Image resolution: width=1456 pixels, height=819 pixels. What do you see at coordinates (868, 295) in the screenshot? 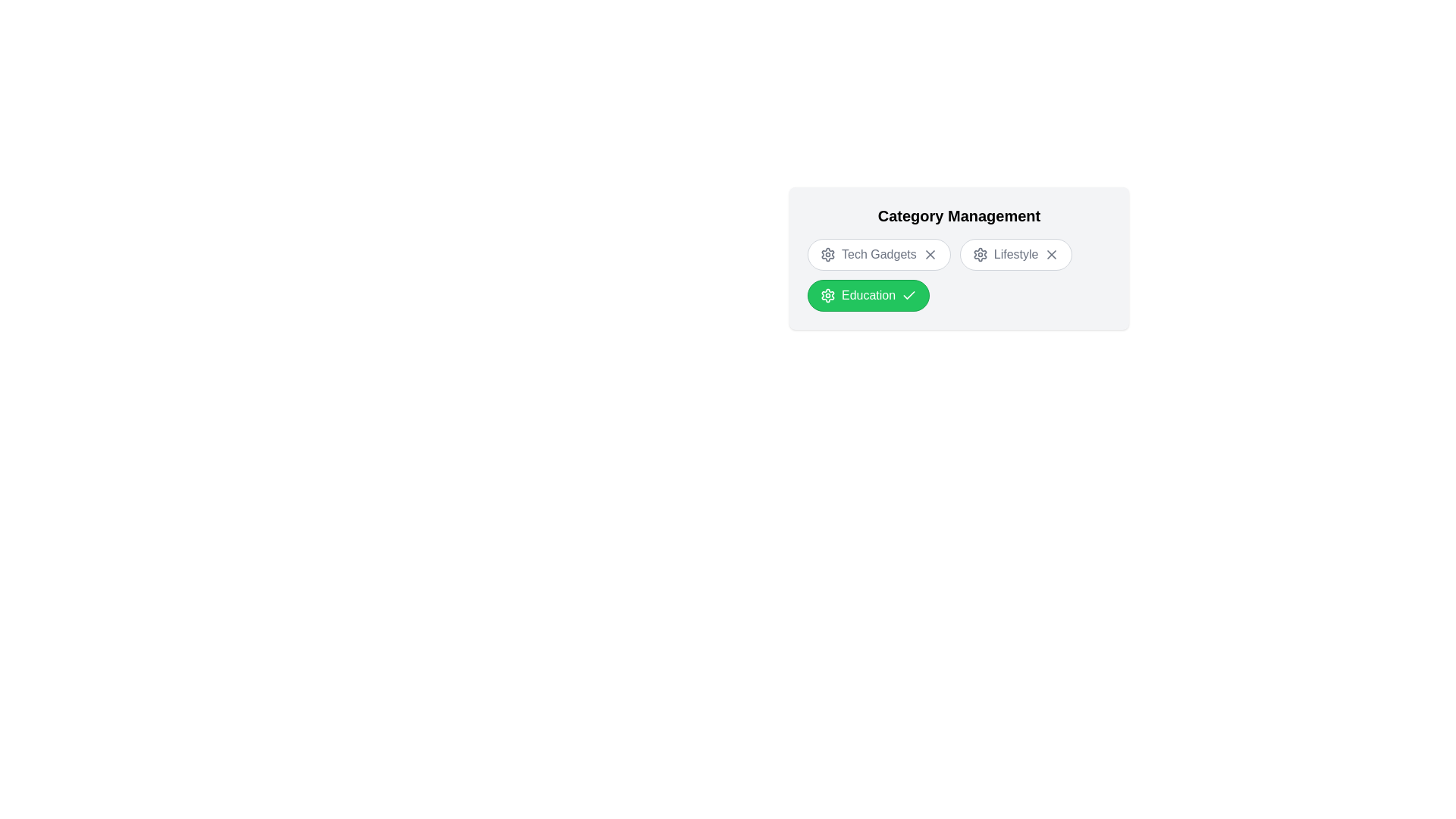
I see `the Education chip to toggle its activation state` at bounding box center [868, 295].